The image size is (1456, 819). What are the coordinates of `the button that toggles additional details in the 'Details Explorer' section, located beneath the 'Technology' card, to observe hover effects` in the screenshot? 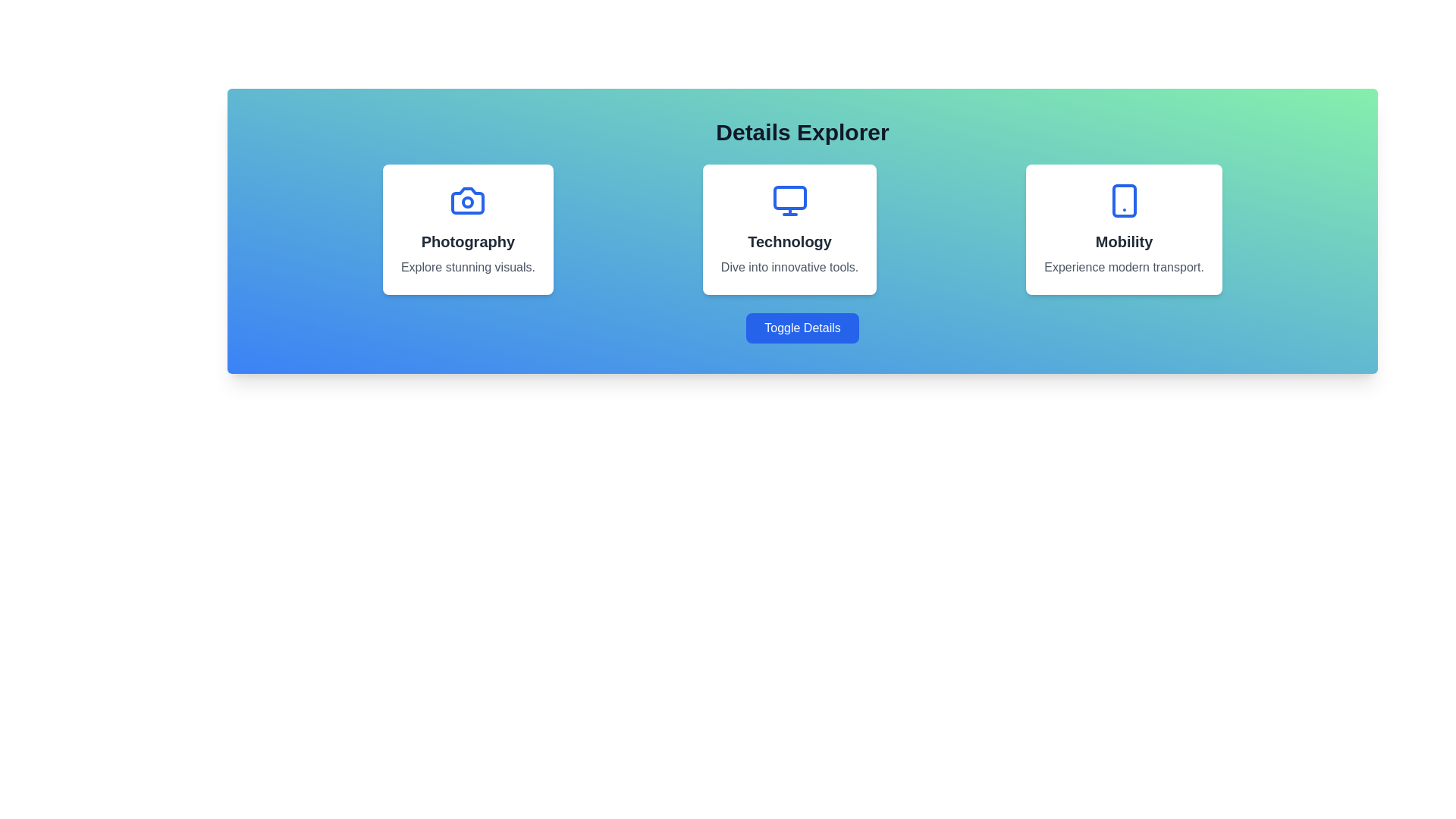 It's located at (802, 327).